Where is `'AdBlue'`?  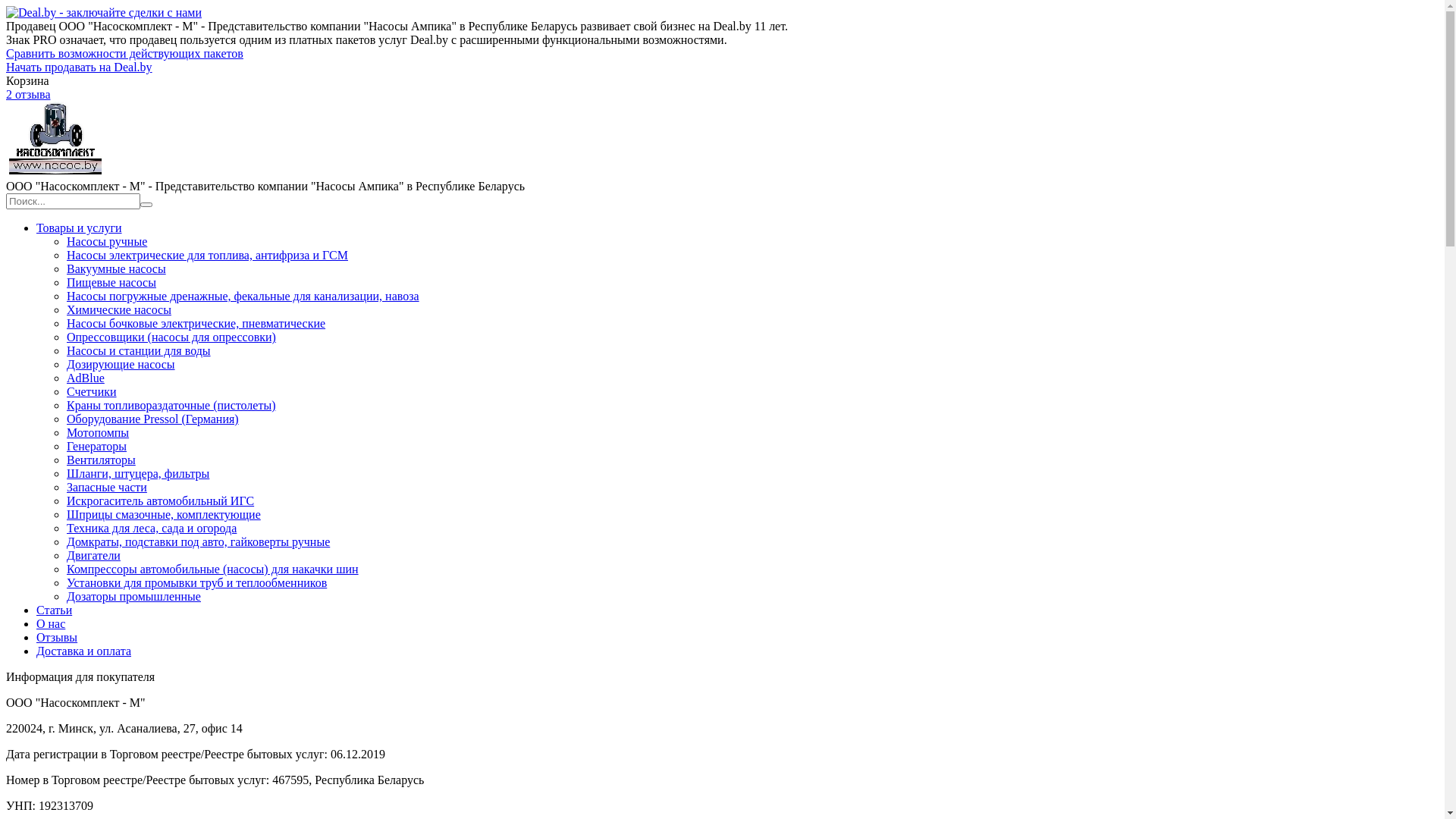 'AdBlue' is located at coordinates (85, 377).